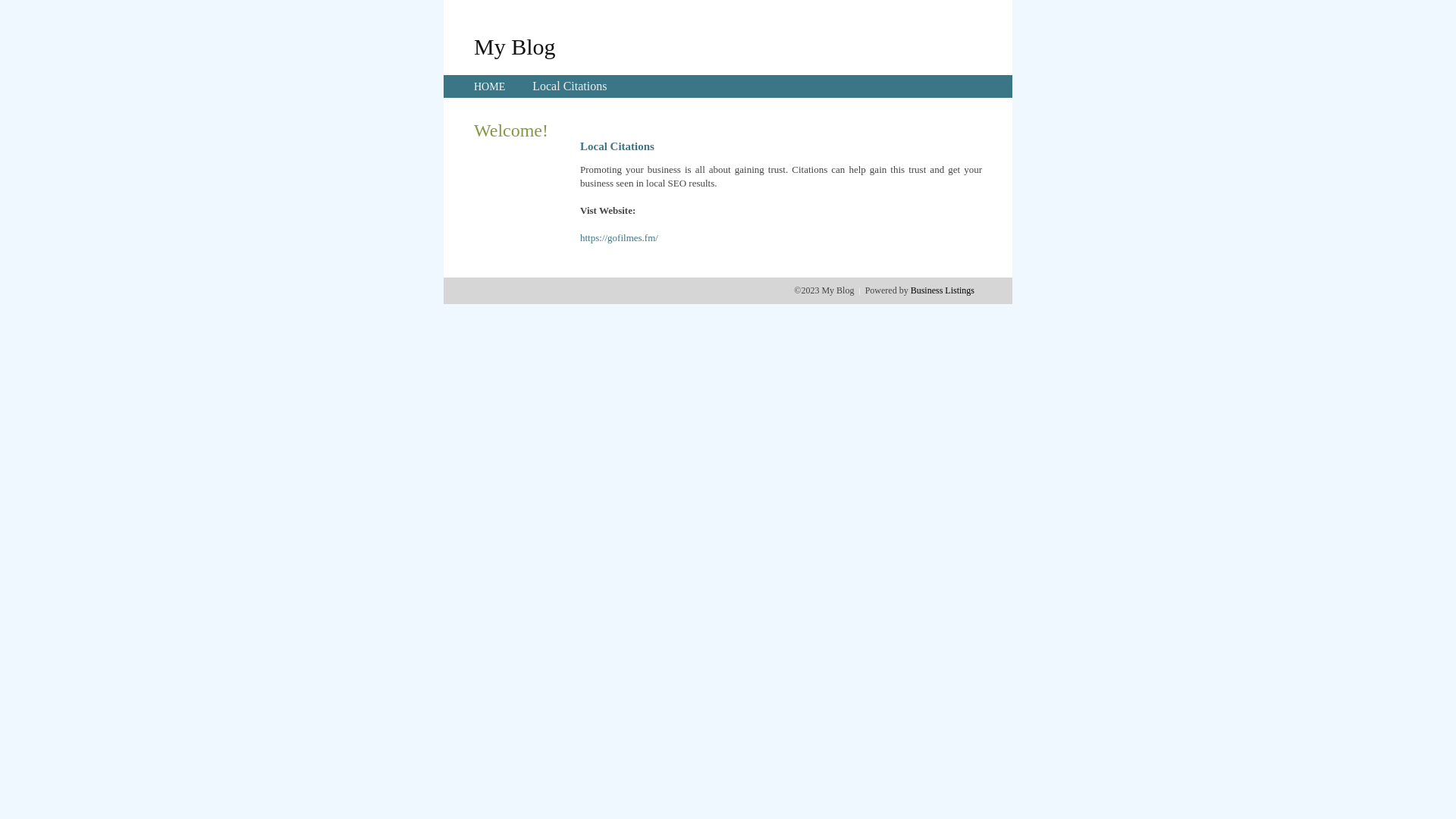  What do you see at coordinates (489, 86) in the screenshot?
I see `'HOME'` at bounding box center [489, 86].